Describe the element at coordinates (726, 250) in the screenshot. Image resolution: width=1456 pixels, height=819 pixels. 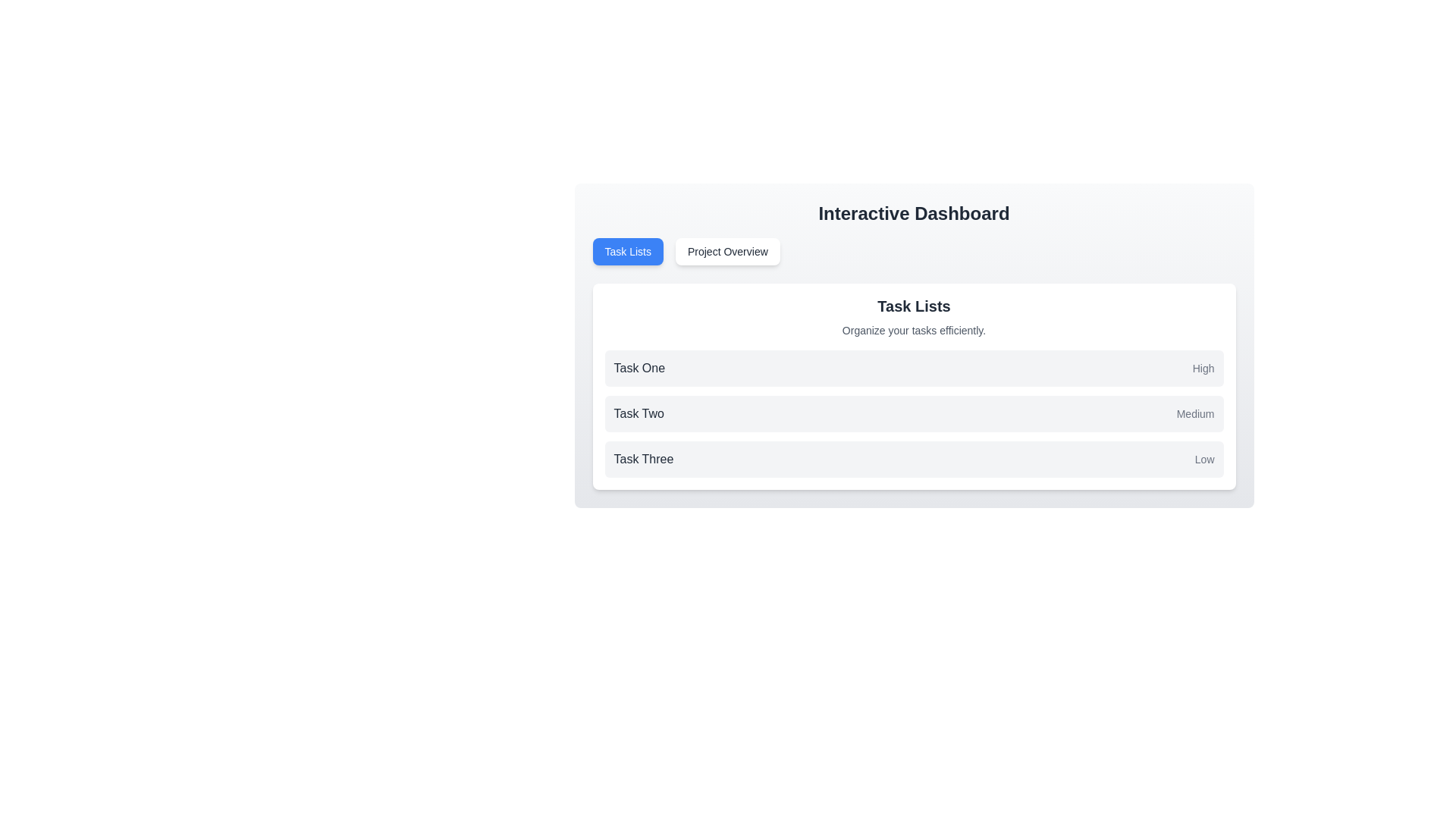
I see `the Project Overview button to switch to the corresponding data section` at that location.